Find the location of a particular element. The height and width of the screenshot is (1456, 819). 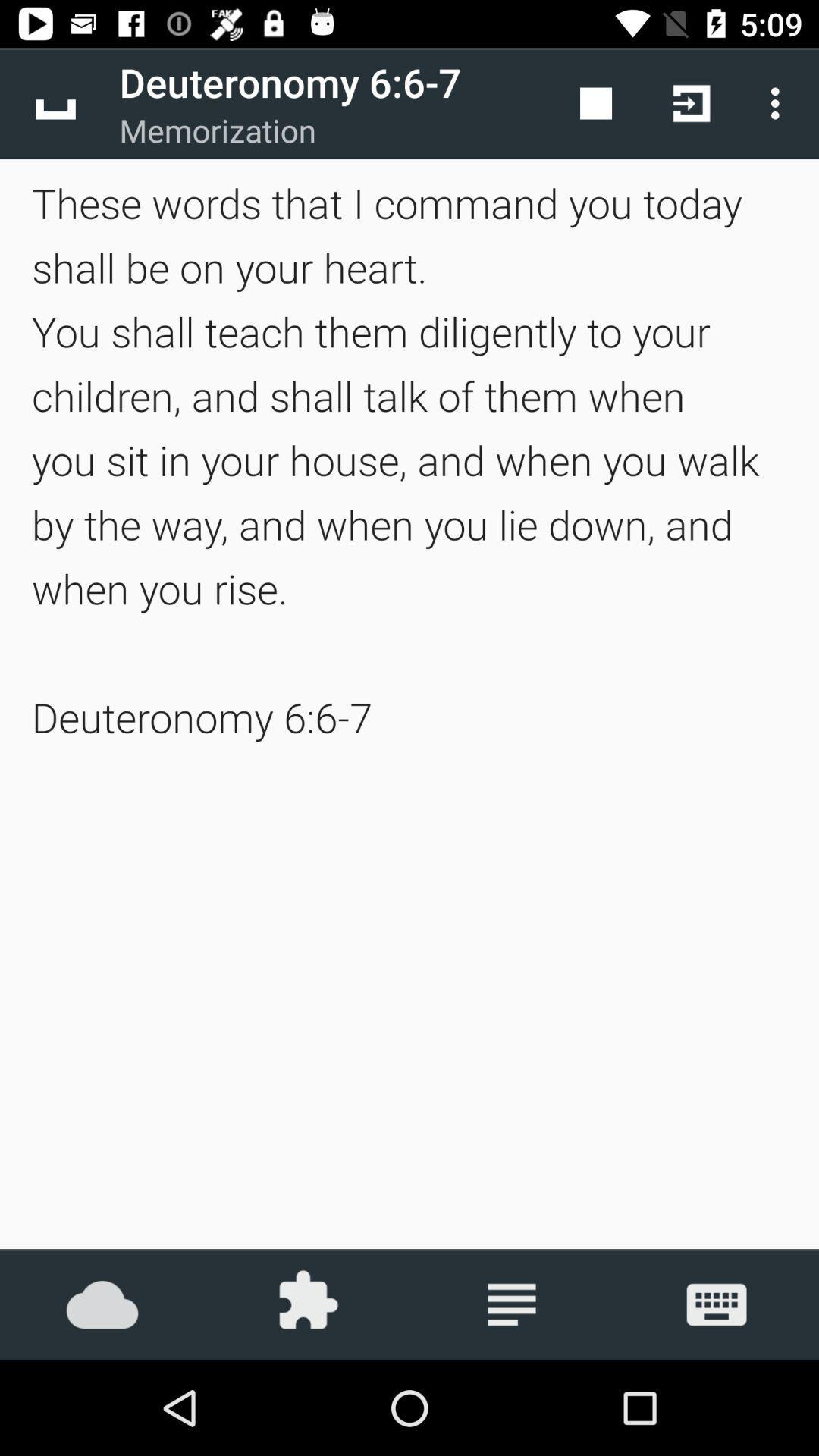

icon below the these words that item is located at coordinates (307, 1304).